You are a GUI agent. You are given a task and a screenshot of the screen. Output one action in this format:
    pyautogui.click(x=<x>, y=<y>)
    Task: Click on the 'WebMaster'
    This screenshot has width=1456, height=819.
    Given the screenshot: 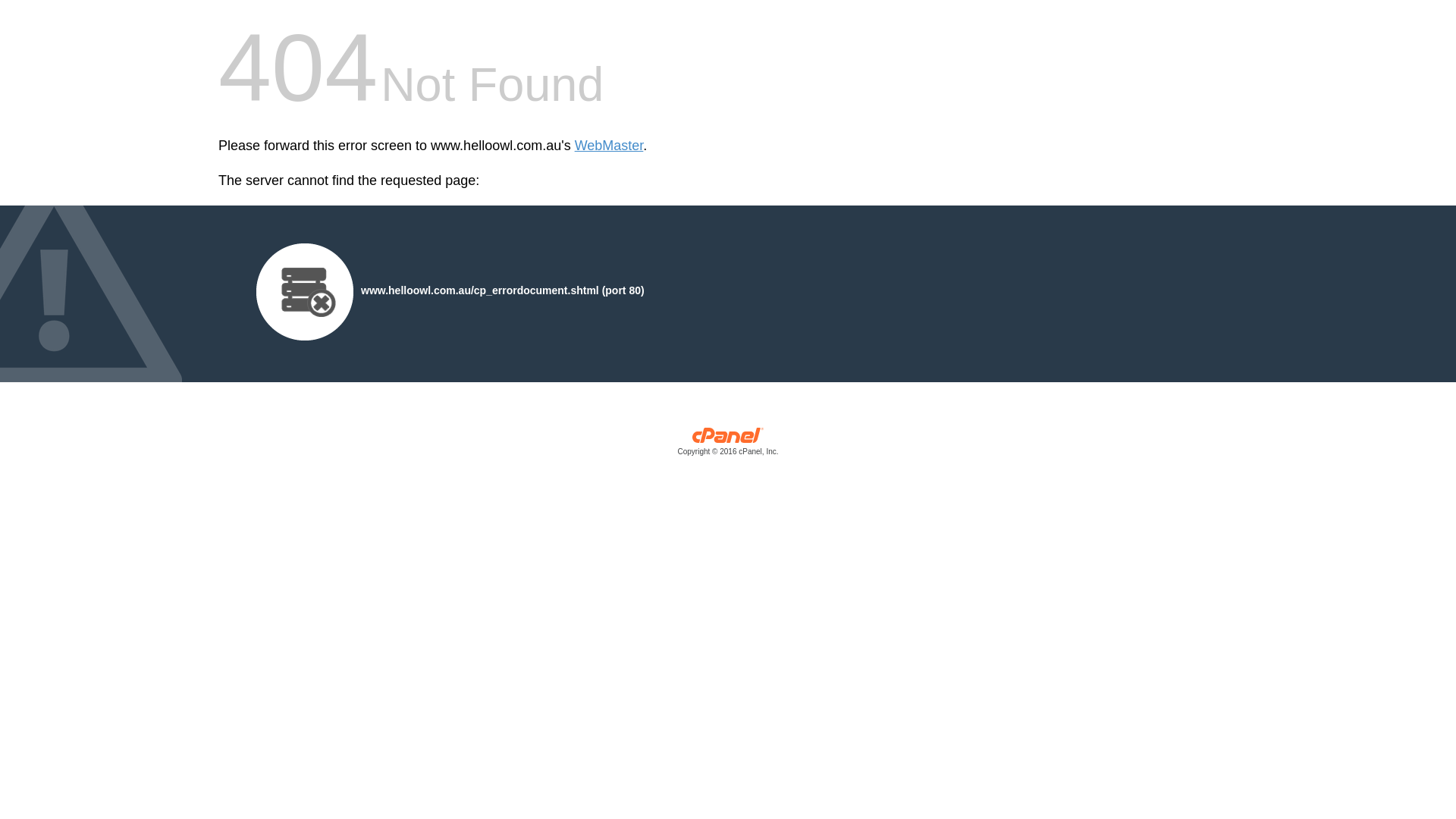 What is the action you would take?
    pyautogui.click(x=609, y=146)
    